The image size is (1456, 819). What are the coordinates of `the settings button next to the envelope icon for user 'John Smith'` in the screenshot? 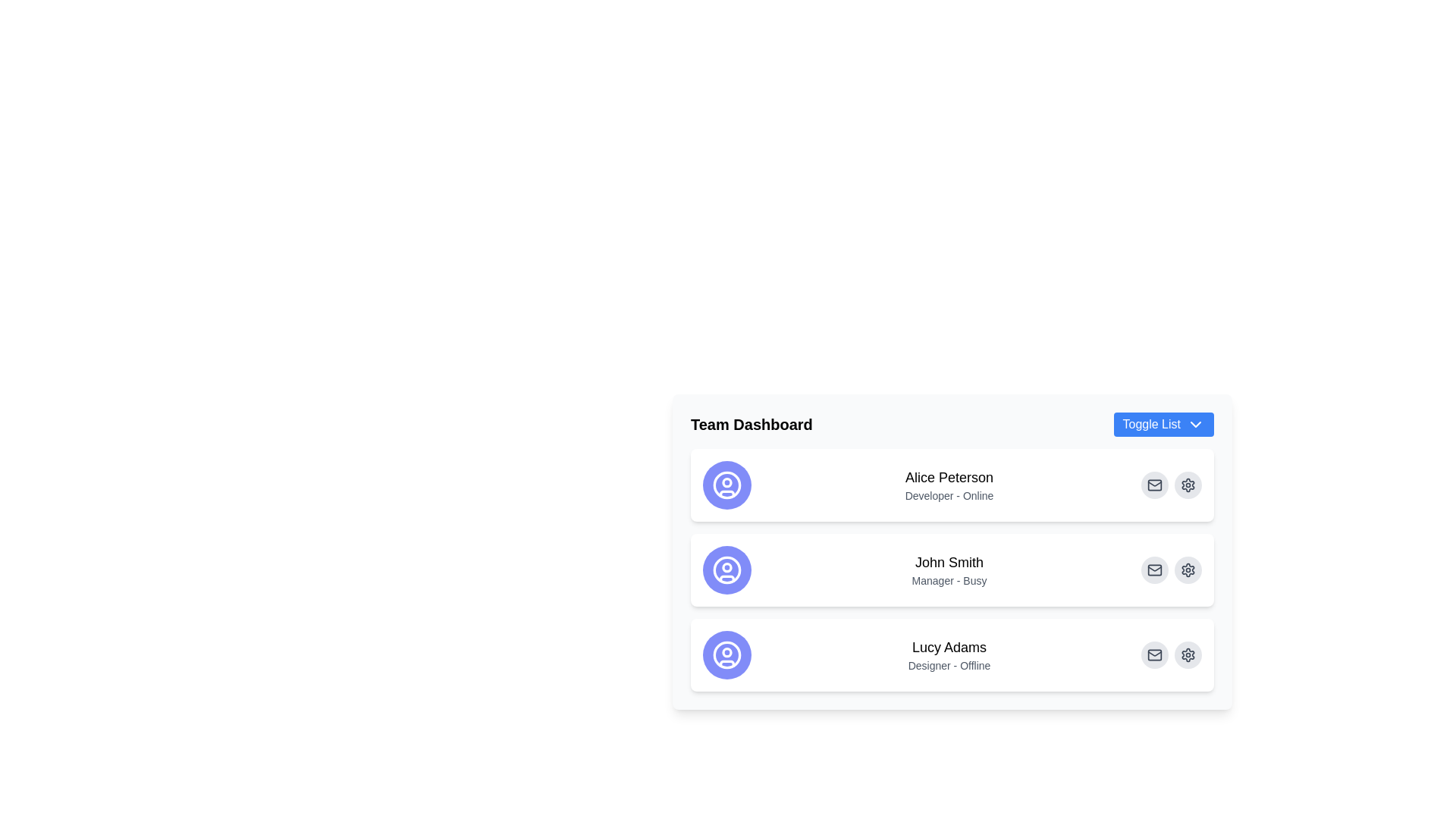 It's located at (1187, 570).